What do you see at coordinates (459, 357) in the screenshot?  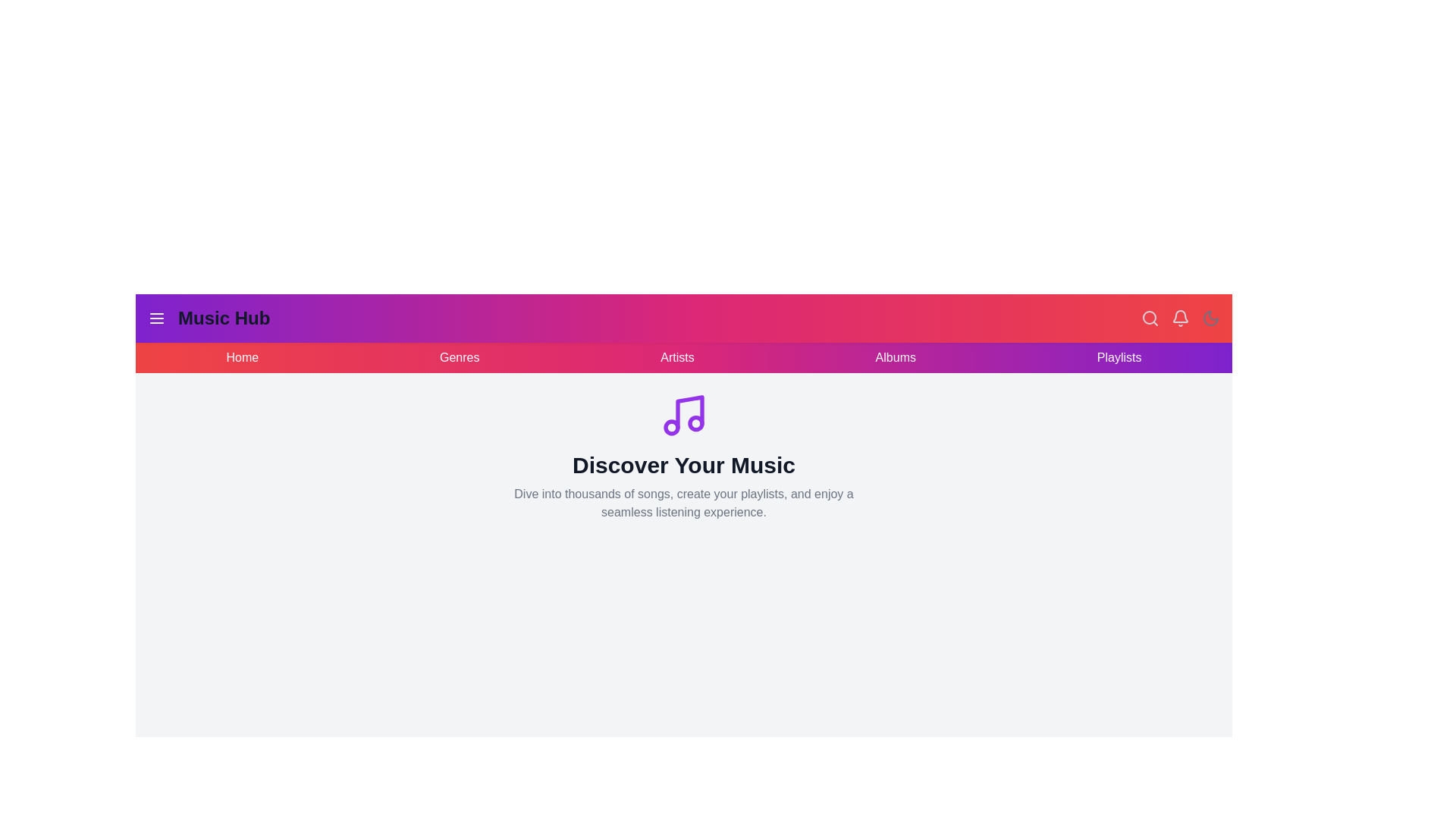 I see `the navigation link Genres` at bounding box center [459, 357].